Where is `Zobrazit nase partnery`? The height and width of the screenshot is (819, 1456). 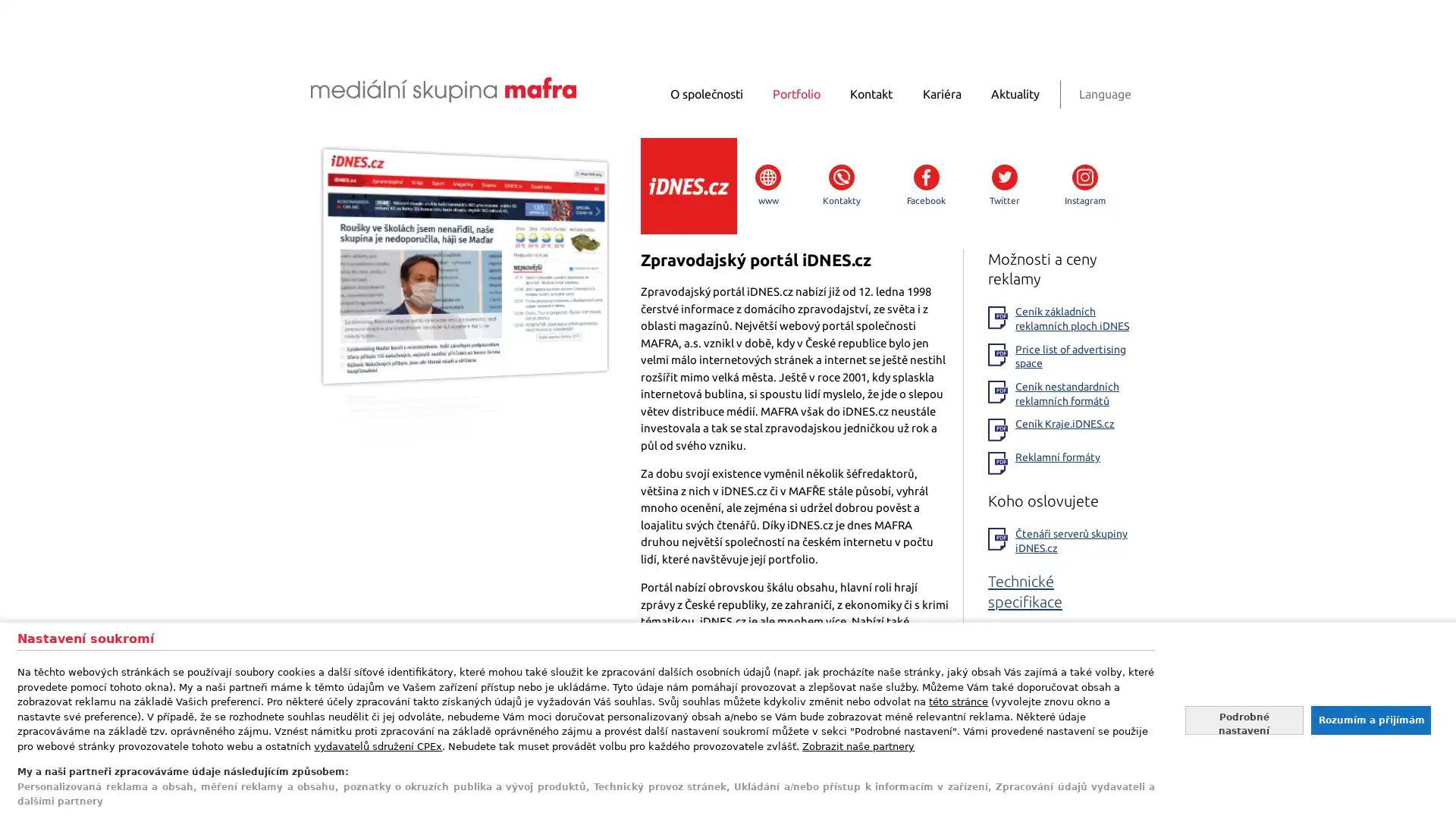
Zobrazit nase partnery is located at coordinates (858, 745).